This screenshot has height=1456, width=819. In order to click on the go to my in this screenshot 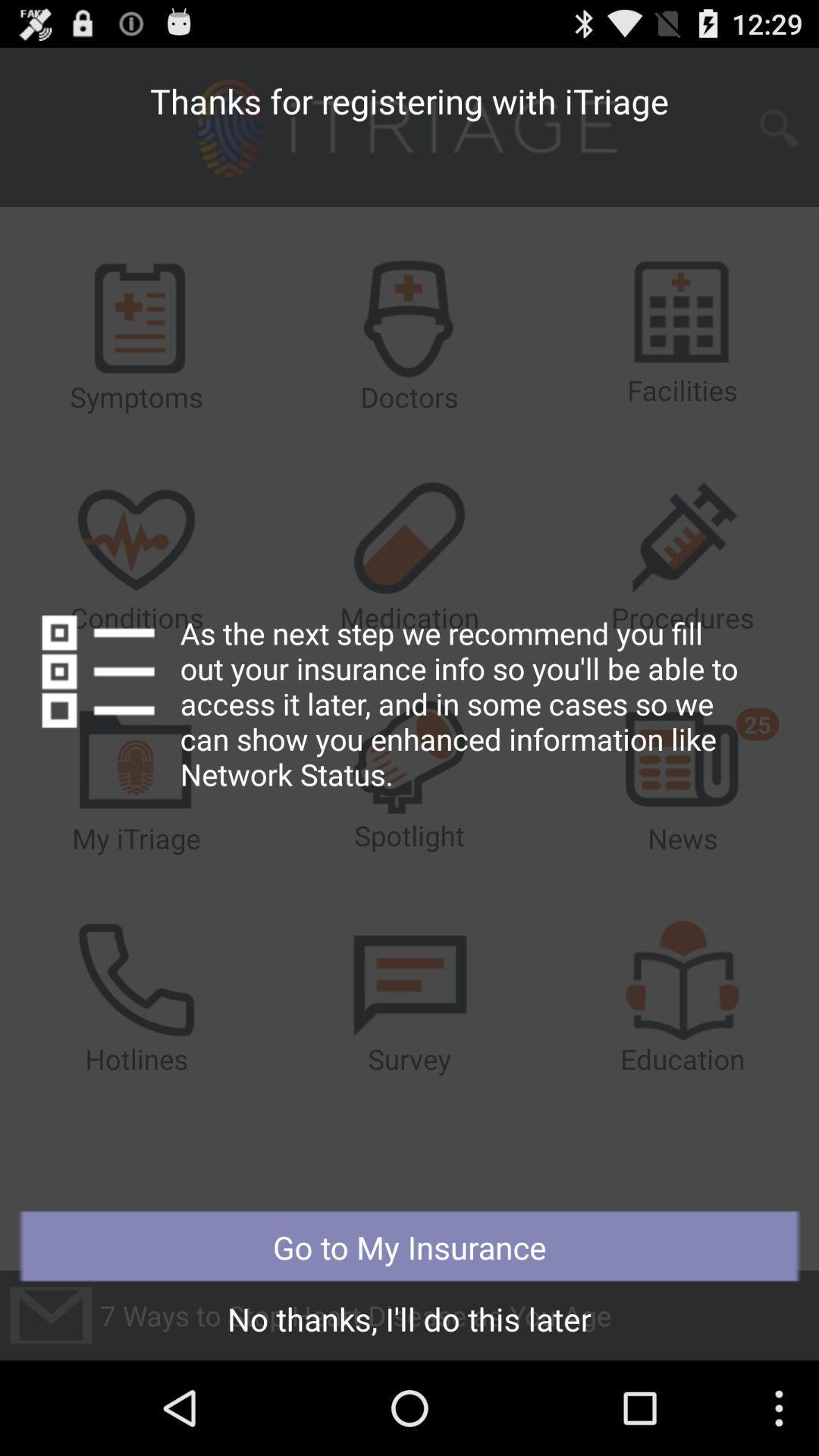, I will do `click(409, 1247)`.